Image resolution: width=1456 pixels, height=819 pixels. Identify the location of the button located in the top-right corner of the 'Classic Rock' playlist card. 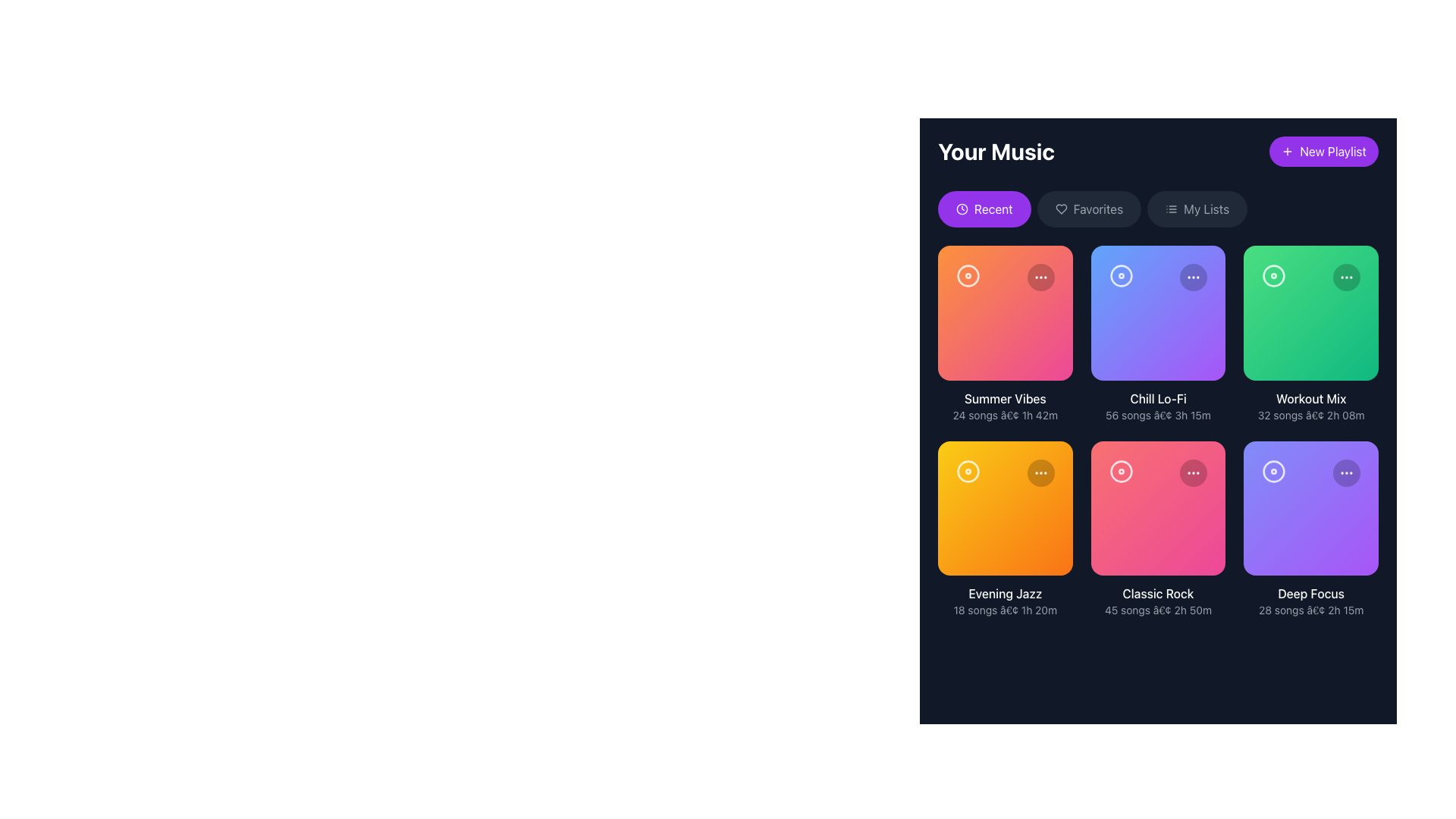
(1193, 472).